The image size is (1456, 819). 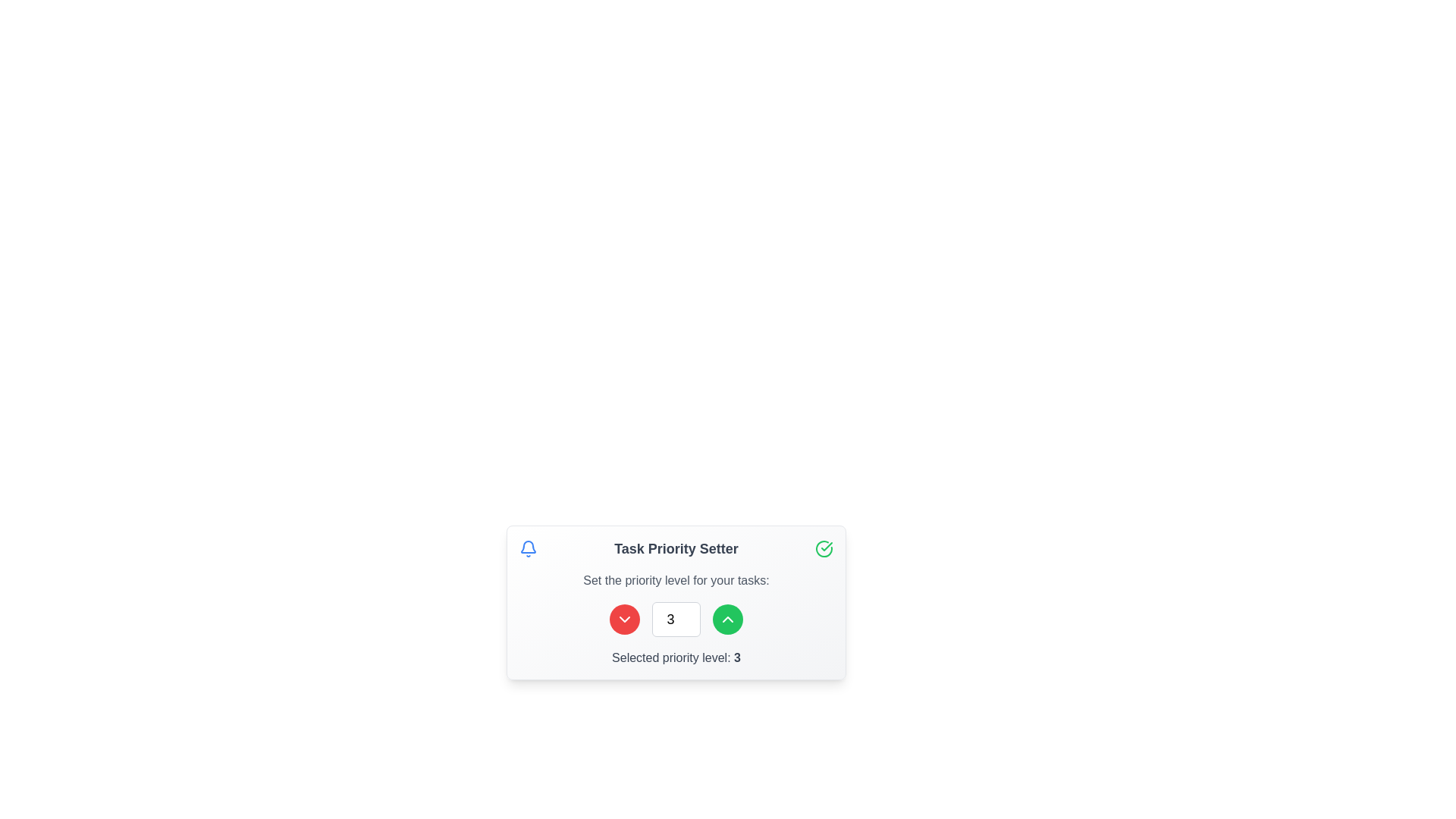 What do you see at coordinates (737, 657) in the screenshot?
I see `text content of the element displaying the selected priority level, which is the numeric value in the label 'Selected priority level: 3'` at bounding box center [737, 657].